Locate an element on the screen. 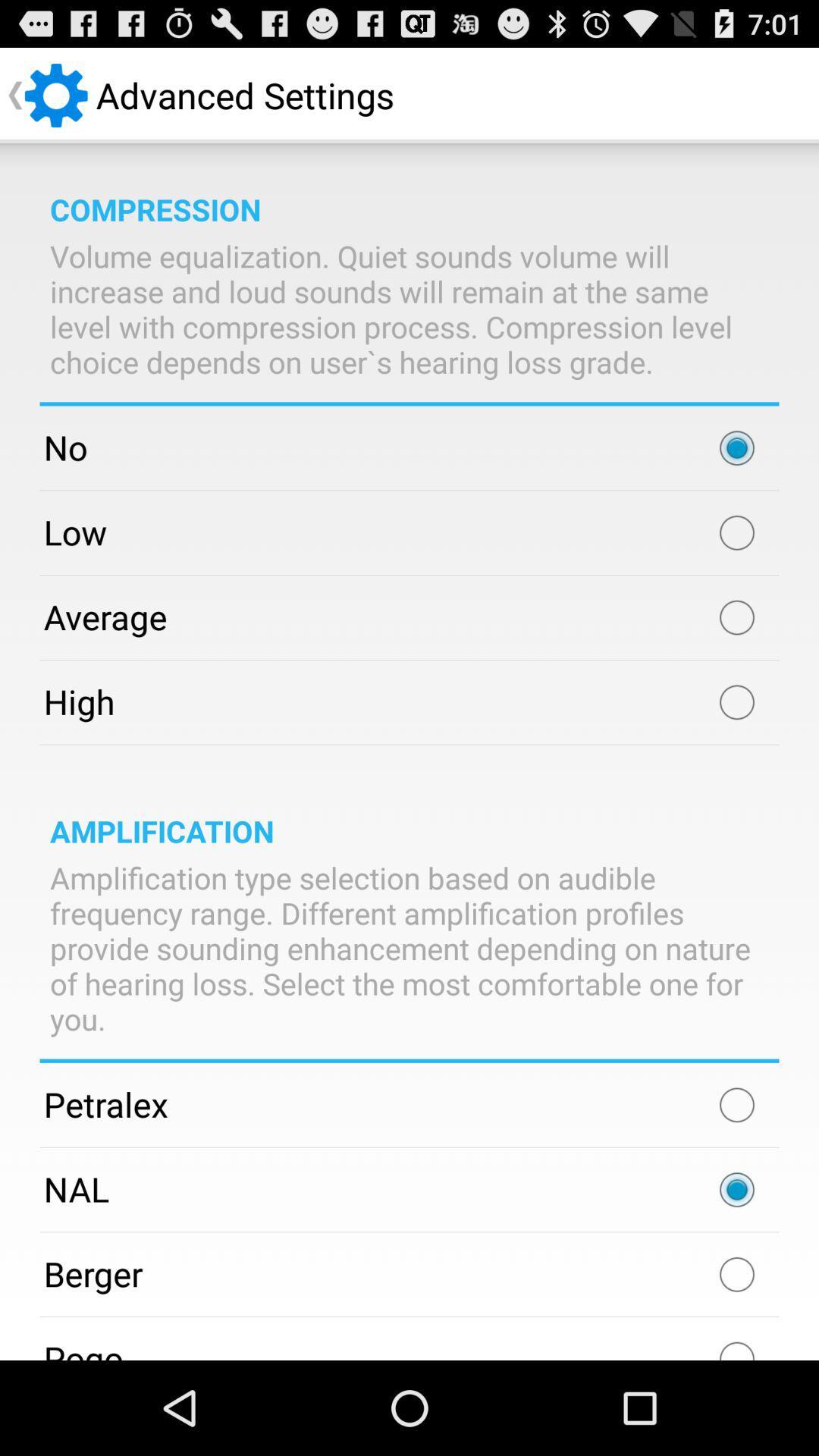  average compression is located at coordinates (736, 617).